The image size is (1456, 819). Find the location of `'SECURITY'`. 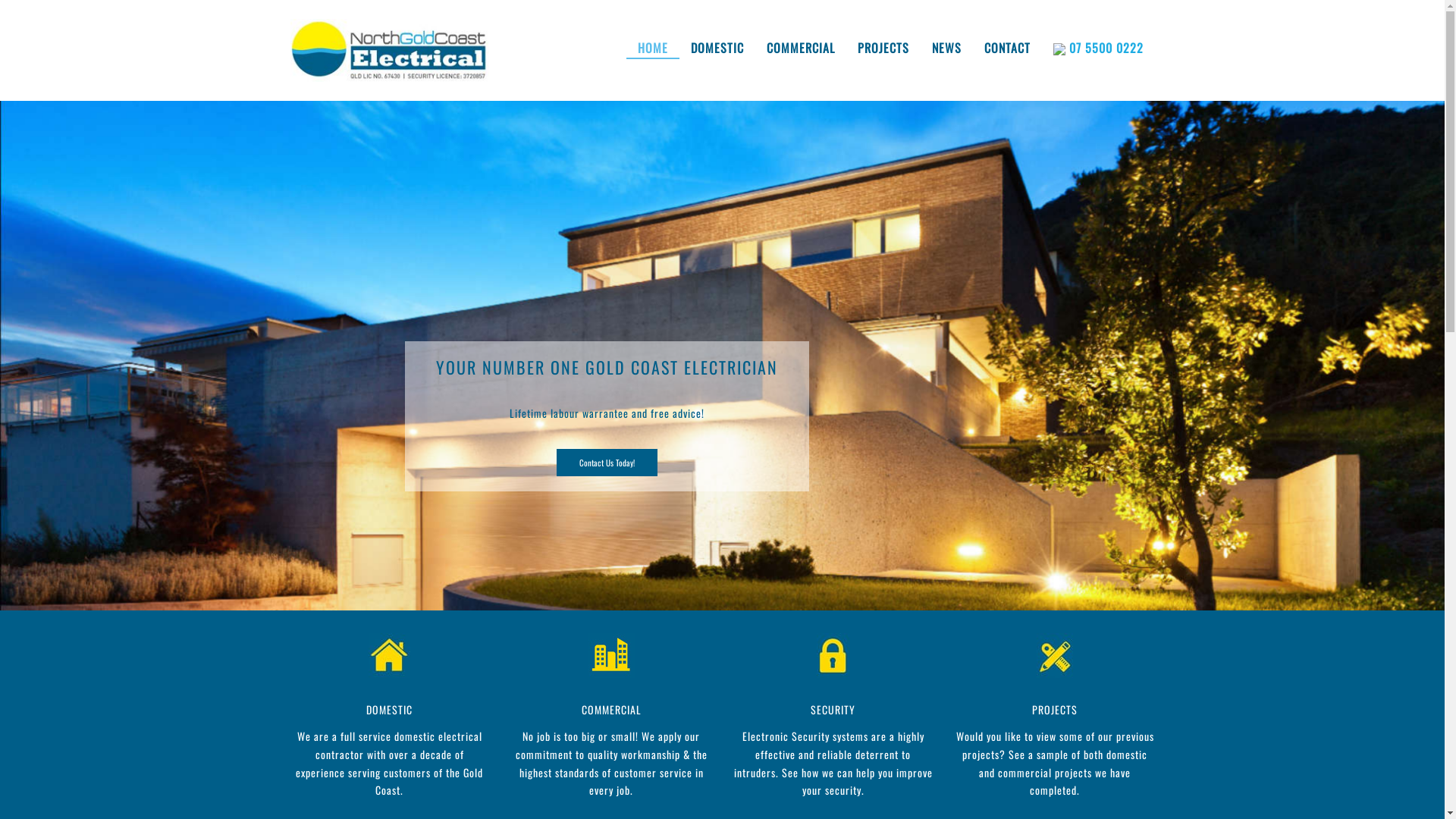

'SECURITY' is located at coordinates (832, 709).